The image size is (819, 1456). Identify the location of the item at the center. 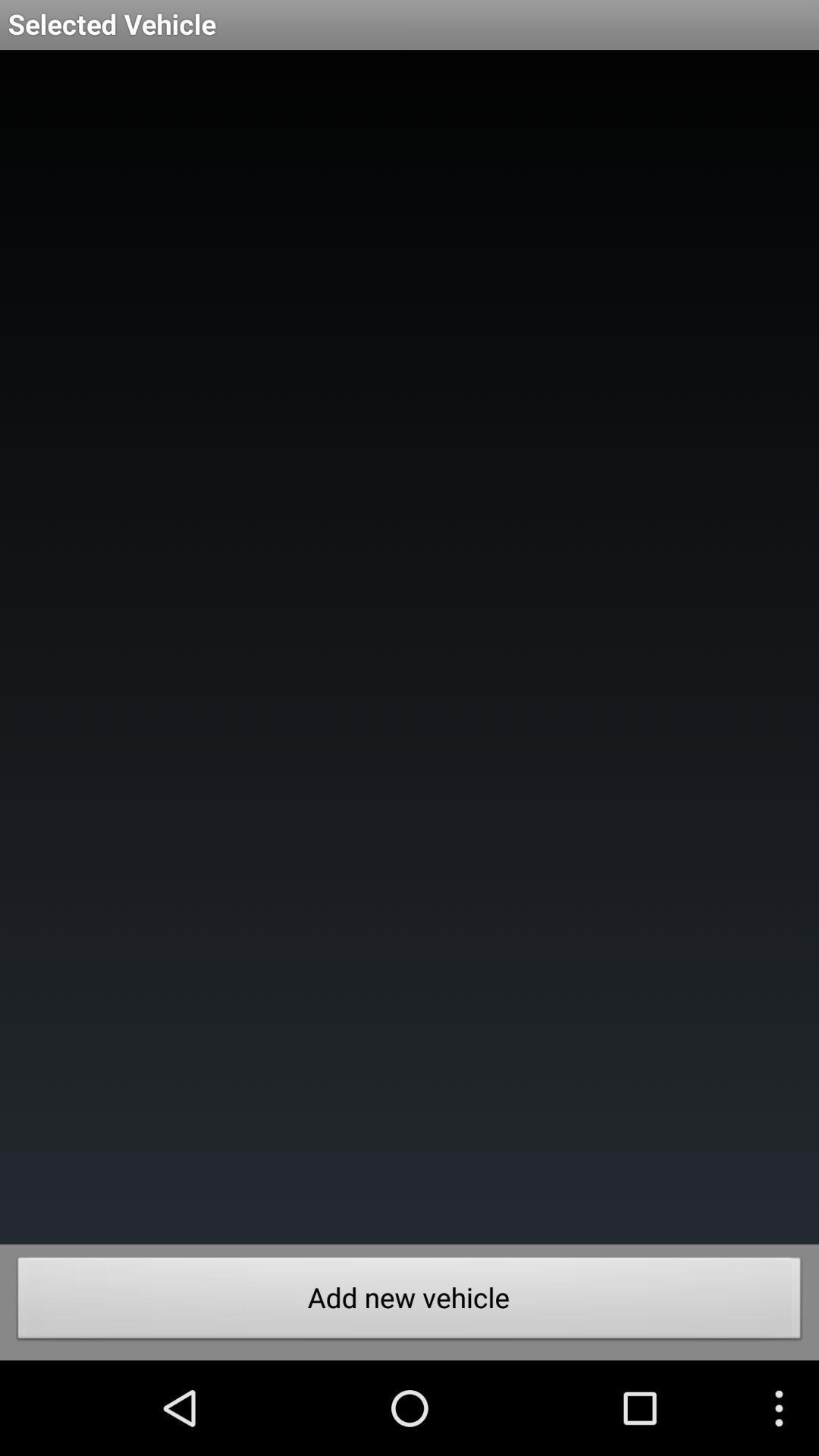
(409, 647).